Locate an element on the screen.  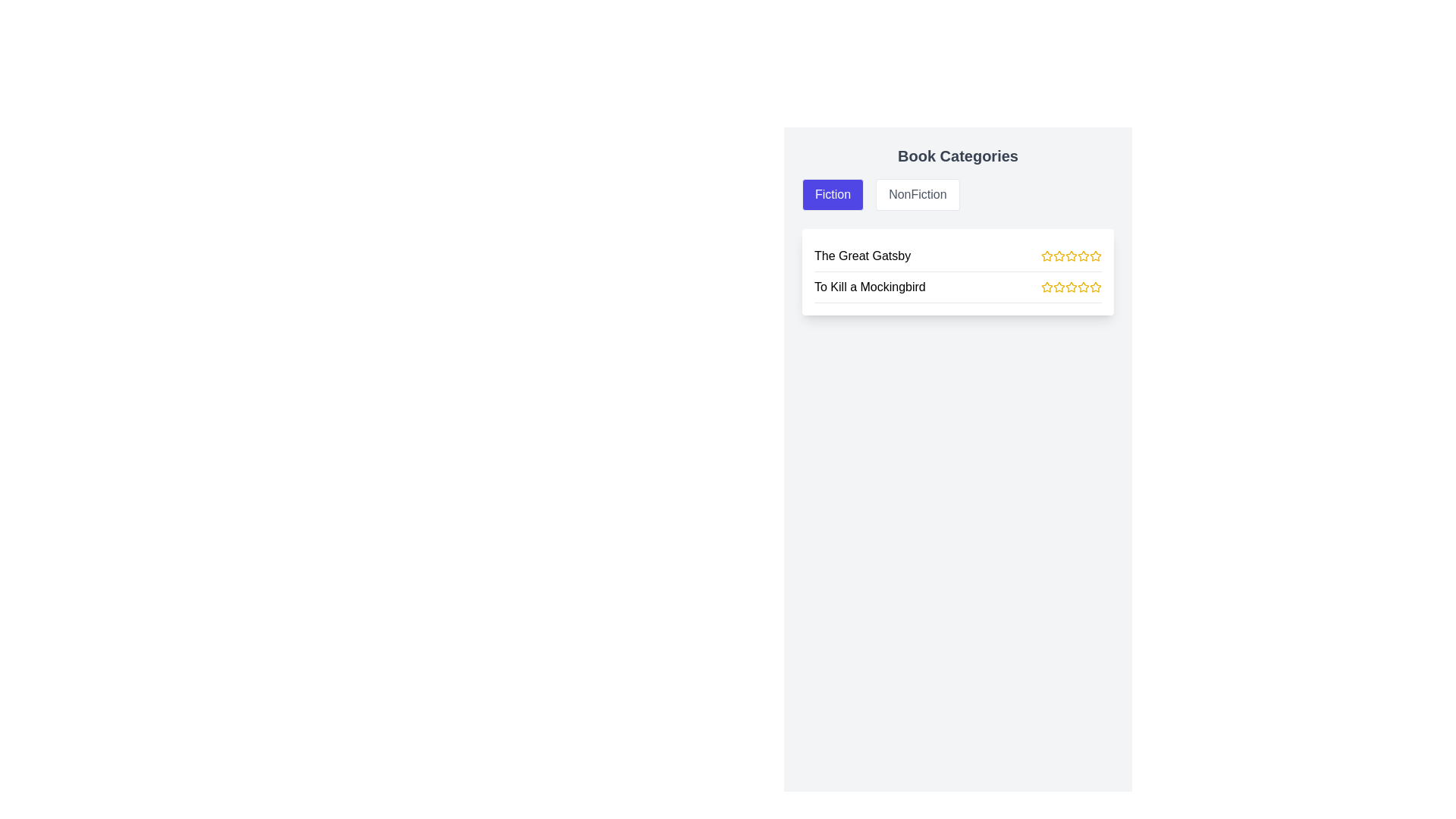
the fifth rating star in the rating system for 'The Great Gatsby' is located at coordinates (1095, 255).